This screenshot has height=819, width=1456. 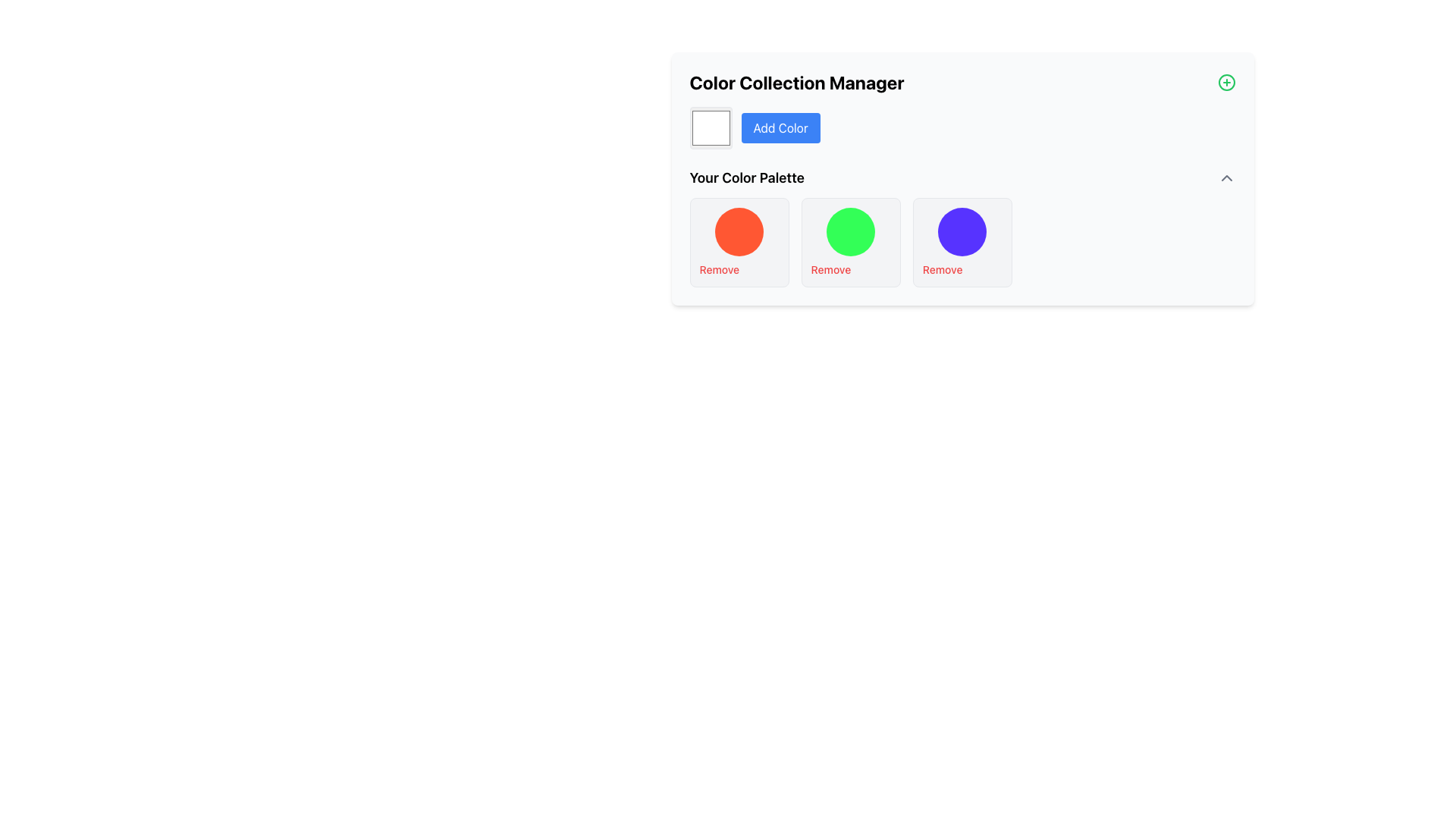 I want to click on the circular icon with a green outline and a centered plus sign located at the far-right corner of the header bar labeled 'Color Collection Manager', so click(x=1226, y=82).